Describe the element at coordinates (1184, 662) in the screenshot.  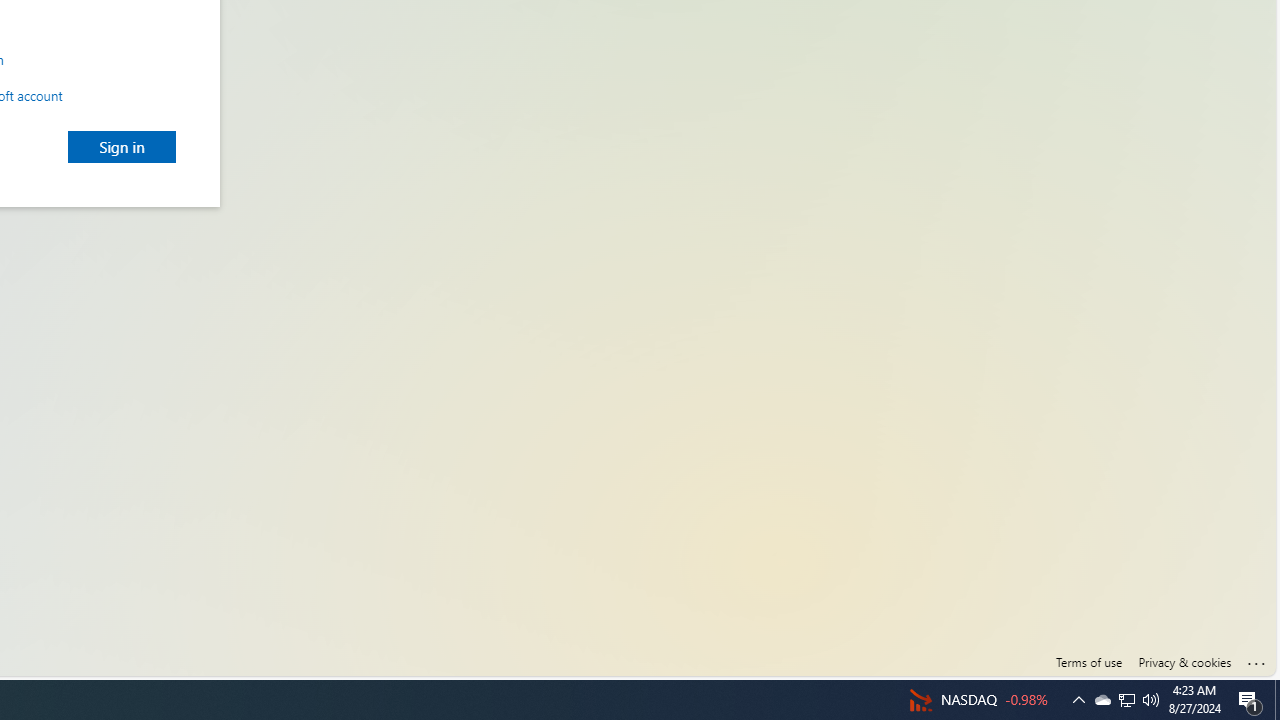
I see `'Privacy & cookies'` at that location.